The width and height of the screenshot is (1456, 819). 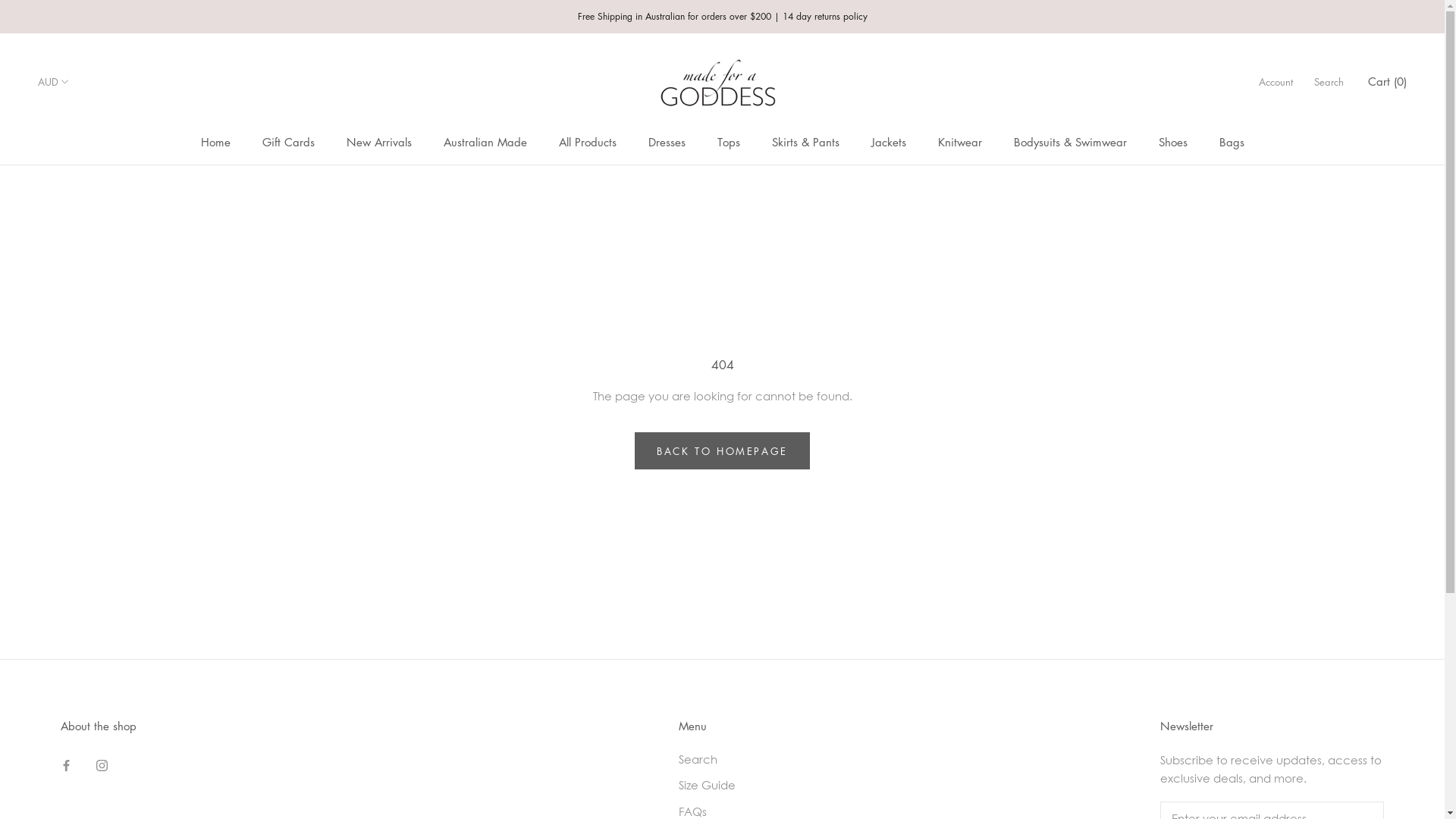 I want to click on 'Dresses, so click(x=666, y=141).